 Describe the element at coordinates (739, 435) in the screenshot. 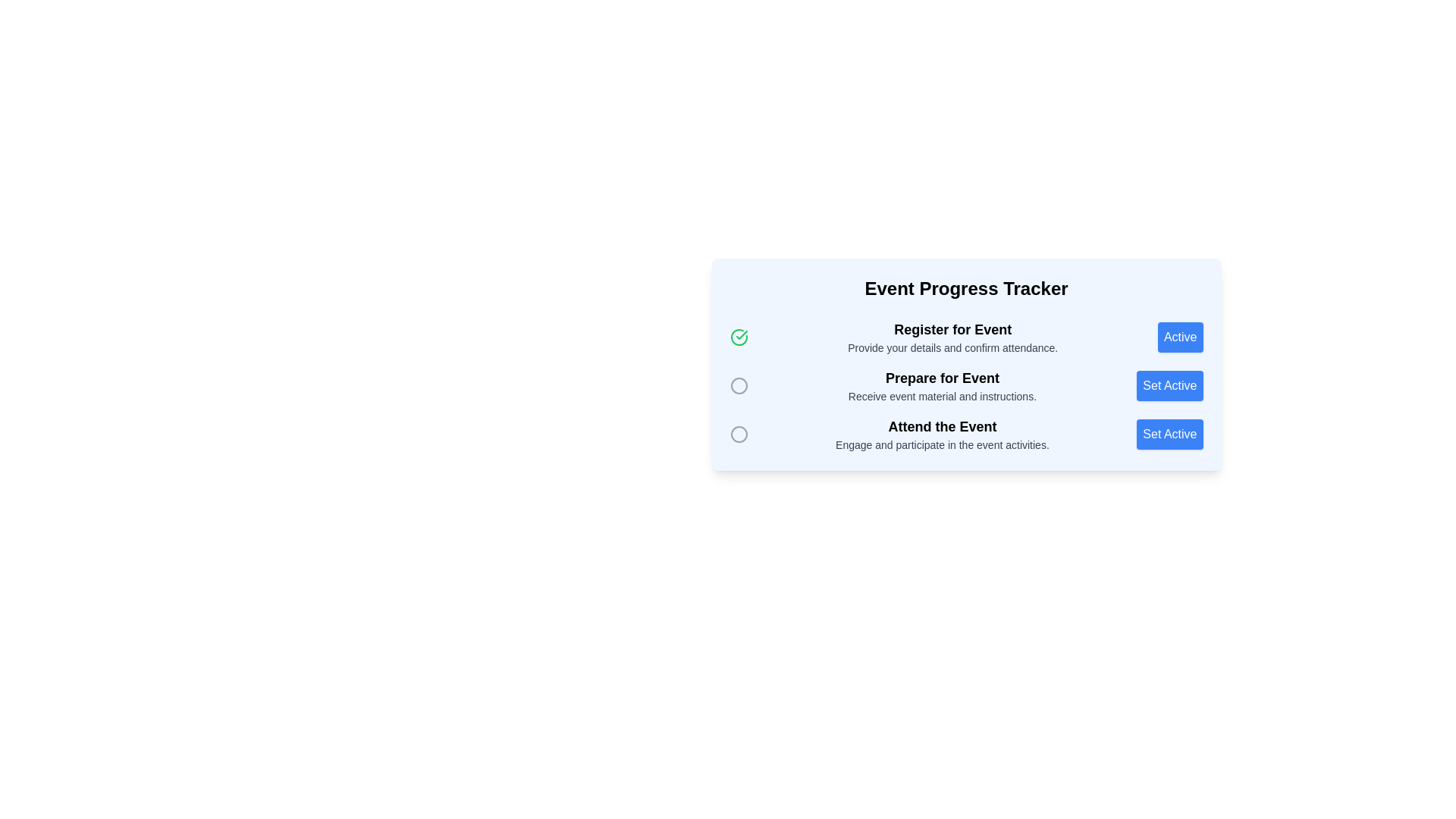

I see `the second circular indicator icon in the vertical sequence, which serves as a visual indicator for progress tracking or status representation` at that location.